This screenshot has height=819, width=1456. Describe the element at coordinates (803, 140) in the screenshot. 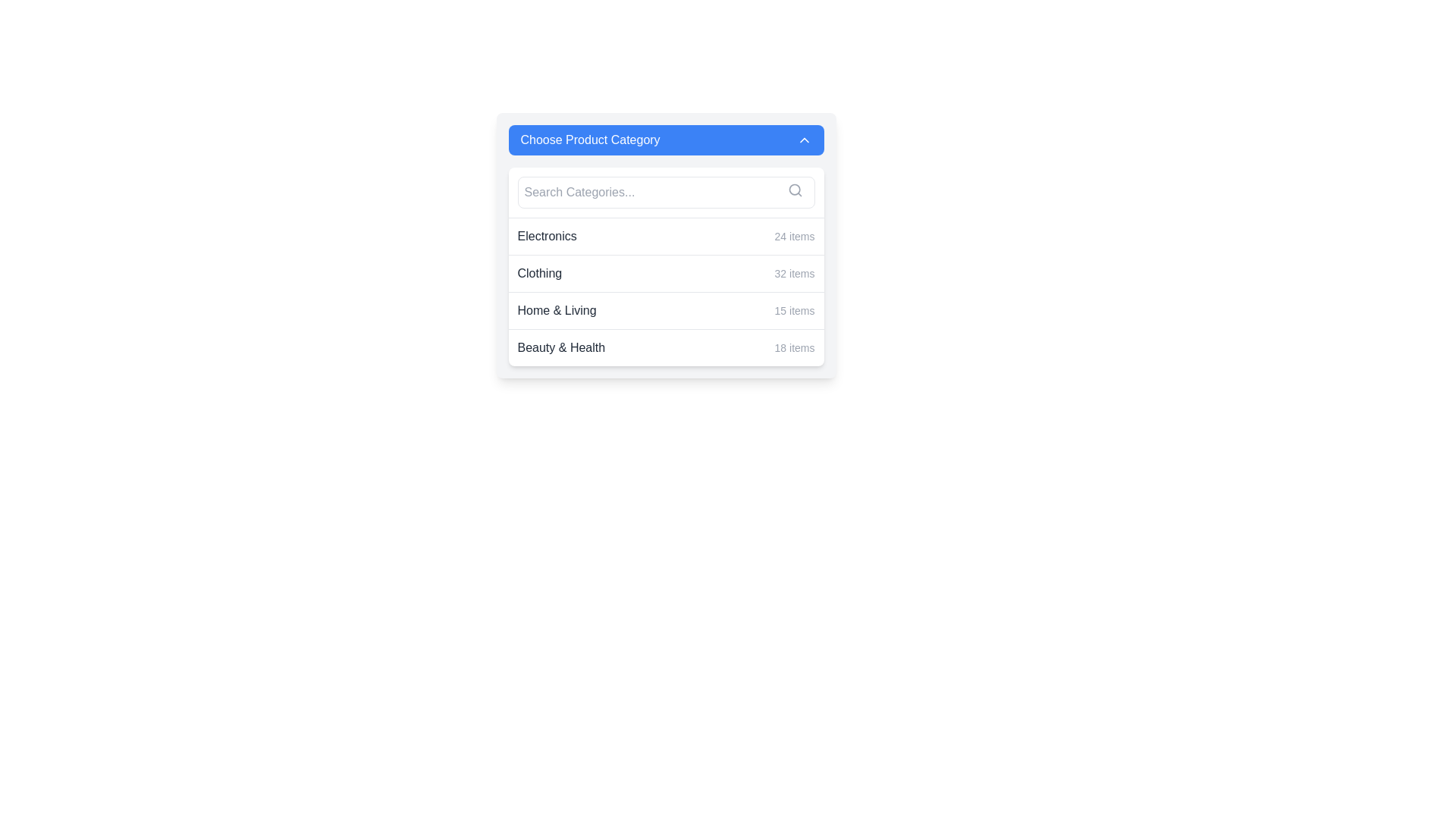

I see `the icon in the top-right corner of the 'Choose Product Category' button bar` at that location.